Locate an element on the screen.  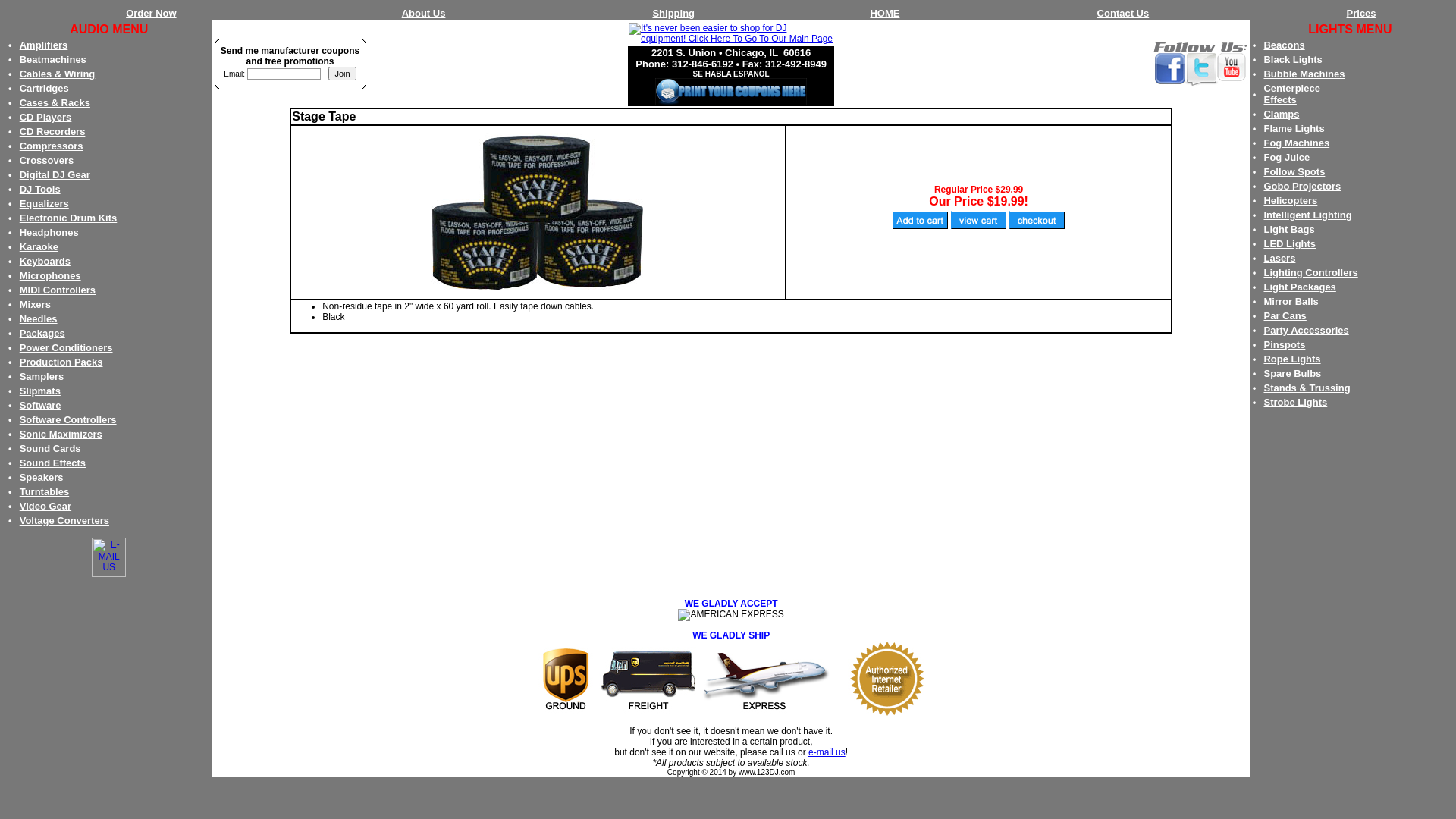
'Packages' is located at coordinates (42, 332).